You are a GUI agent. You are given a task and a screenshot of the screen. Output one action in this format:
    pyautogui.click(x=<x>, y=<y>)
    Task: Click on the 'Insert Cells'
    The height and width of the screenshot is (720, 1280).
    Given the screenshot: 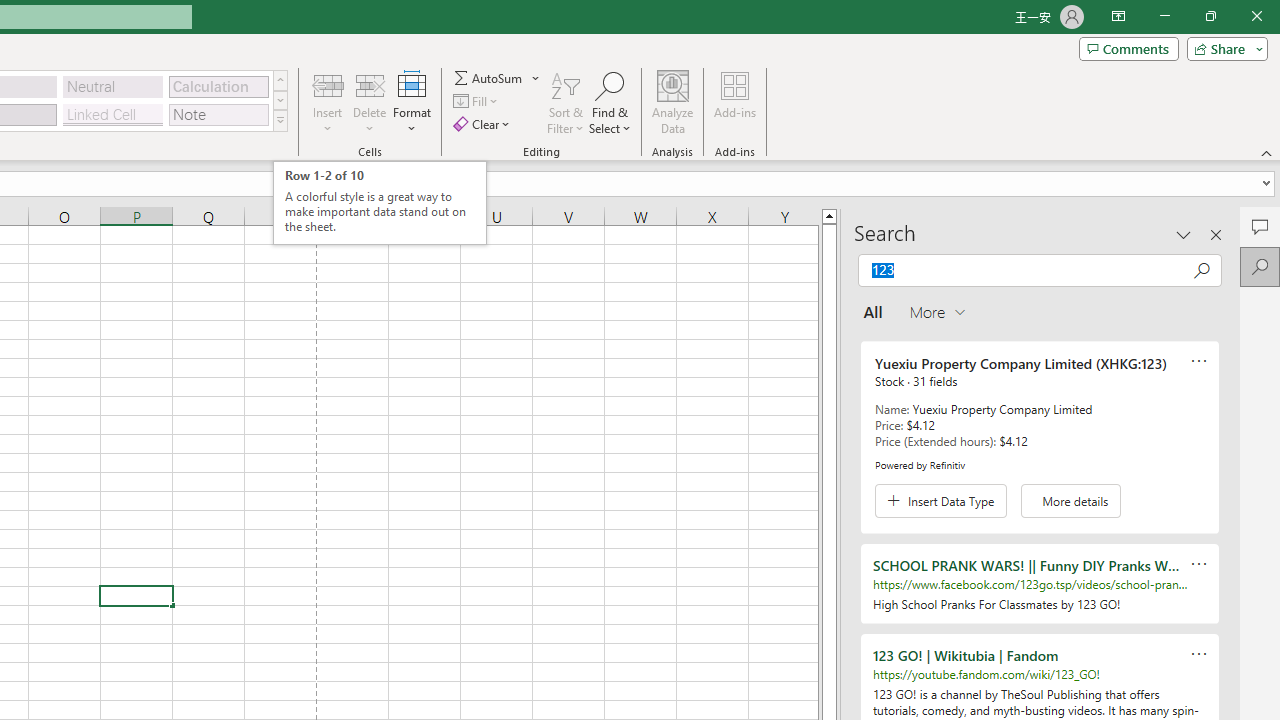 What is the action you would take?
    pyautogui.click(x=328, y=84)
    